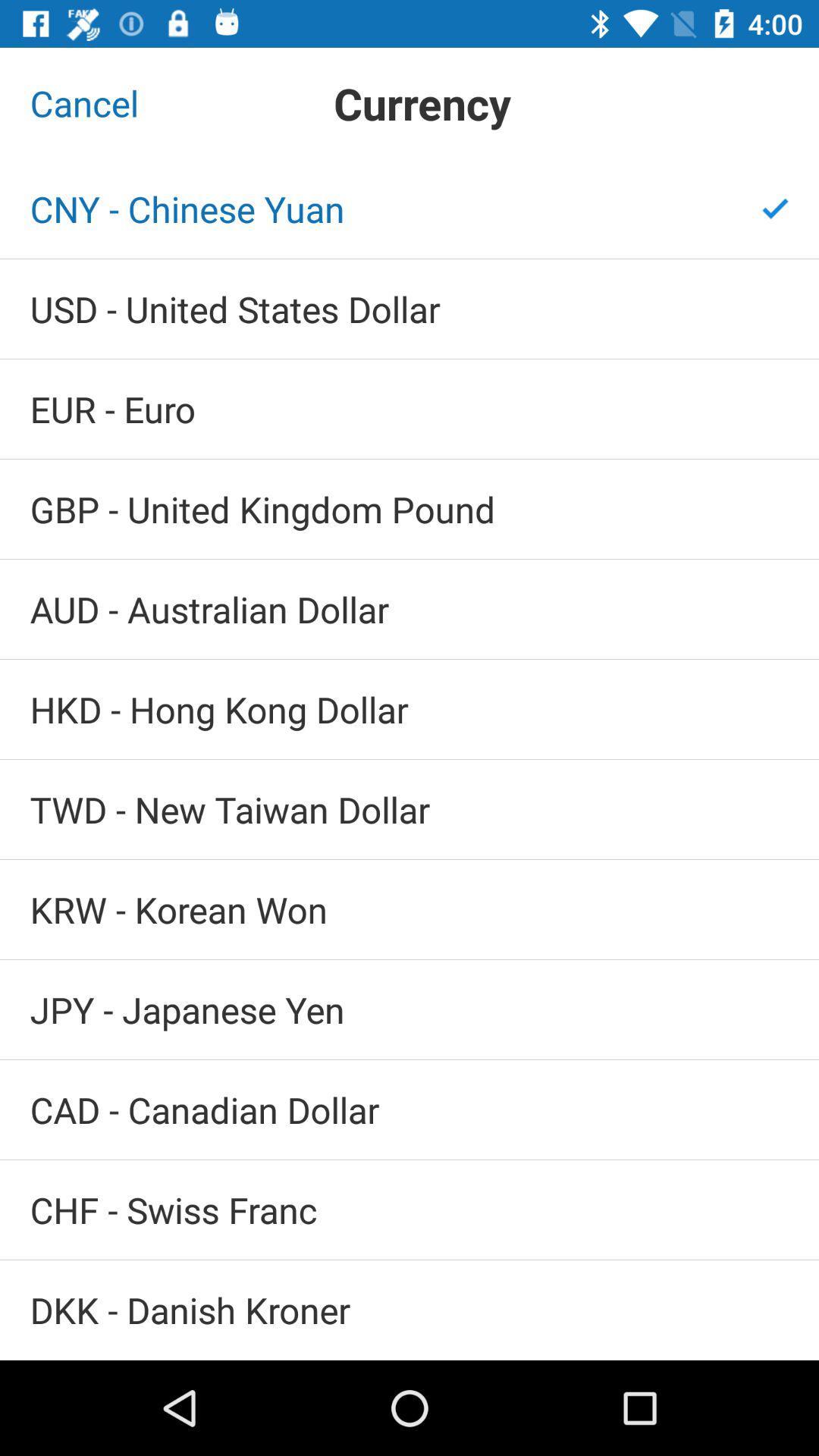 The width and height of the screenshot is (819, 1456). Describe the element at coordinates (409, 509) in the screenshot. I see `the icon below eur - euro` at that location.